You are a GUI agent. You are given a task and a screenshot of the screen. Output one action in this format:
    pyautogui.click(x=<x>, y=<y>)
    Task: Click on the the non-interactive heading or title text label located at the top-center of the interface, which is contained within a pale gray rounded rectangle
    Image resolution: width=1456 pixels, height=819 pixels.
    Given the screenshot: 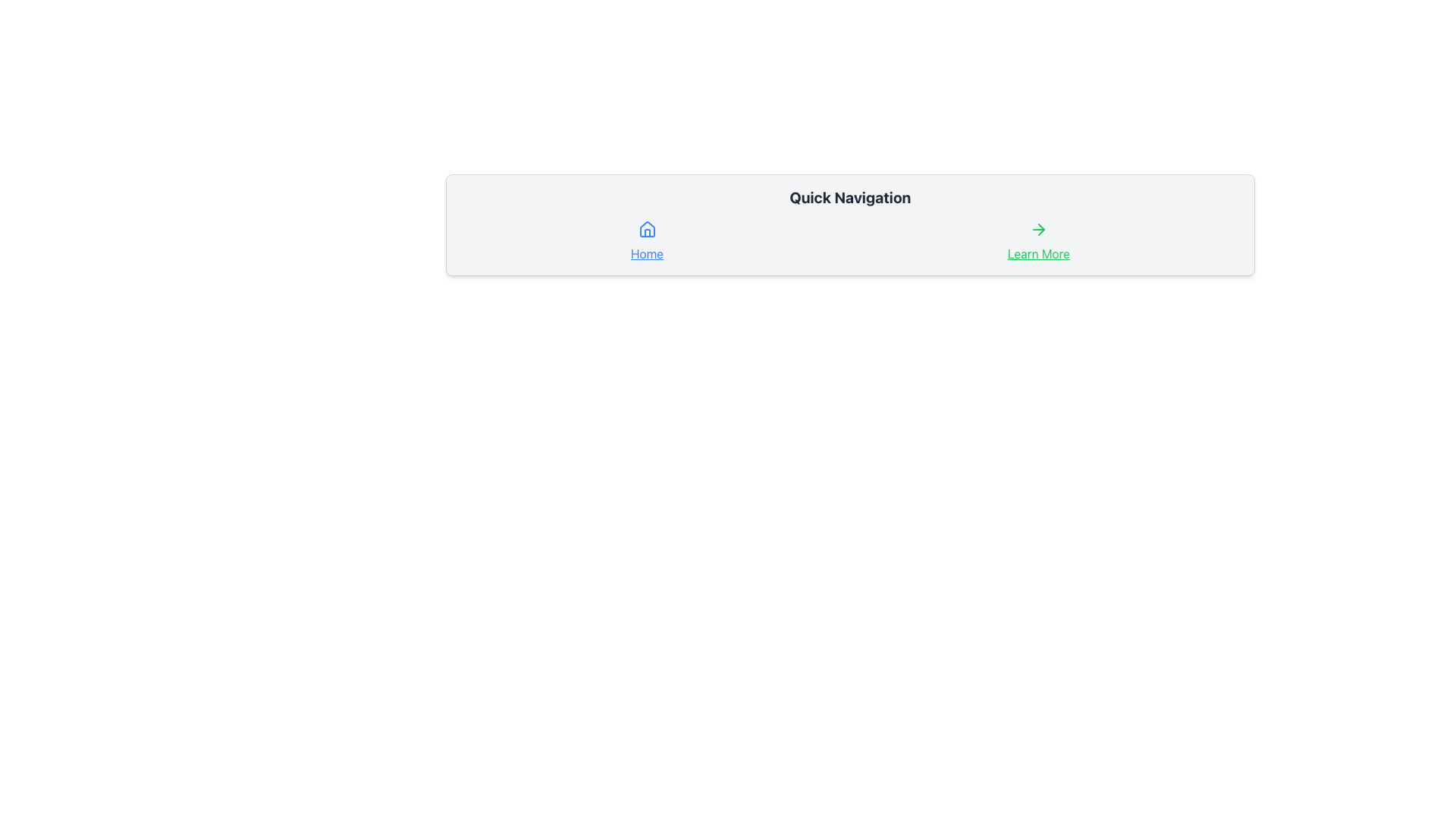 What is the action you would take?
    pyautogui.click(x=850, y=197)
    